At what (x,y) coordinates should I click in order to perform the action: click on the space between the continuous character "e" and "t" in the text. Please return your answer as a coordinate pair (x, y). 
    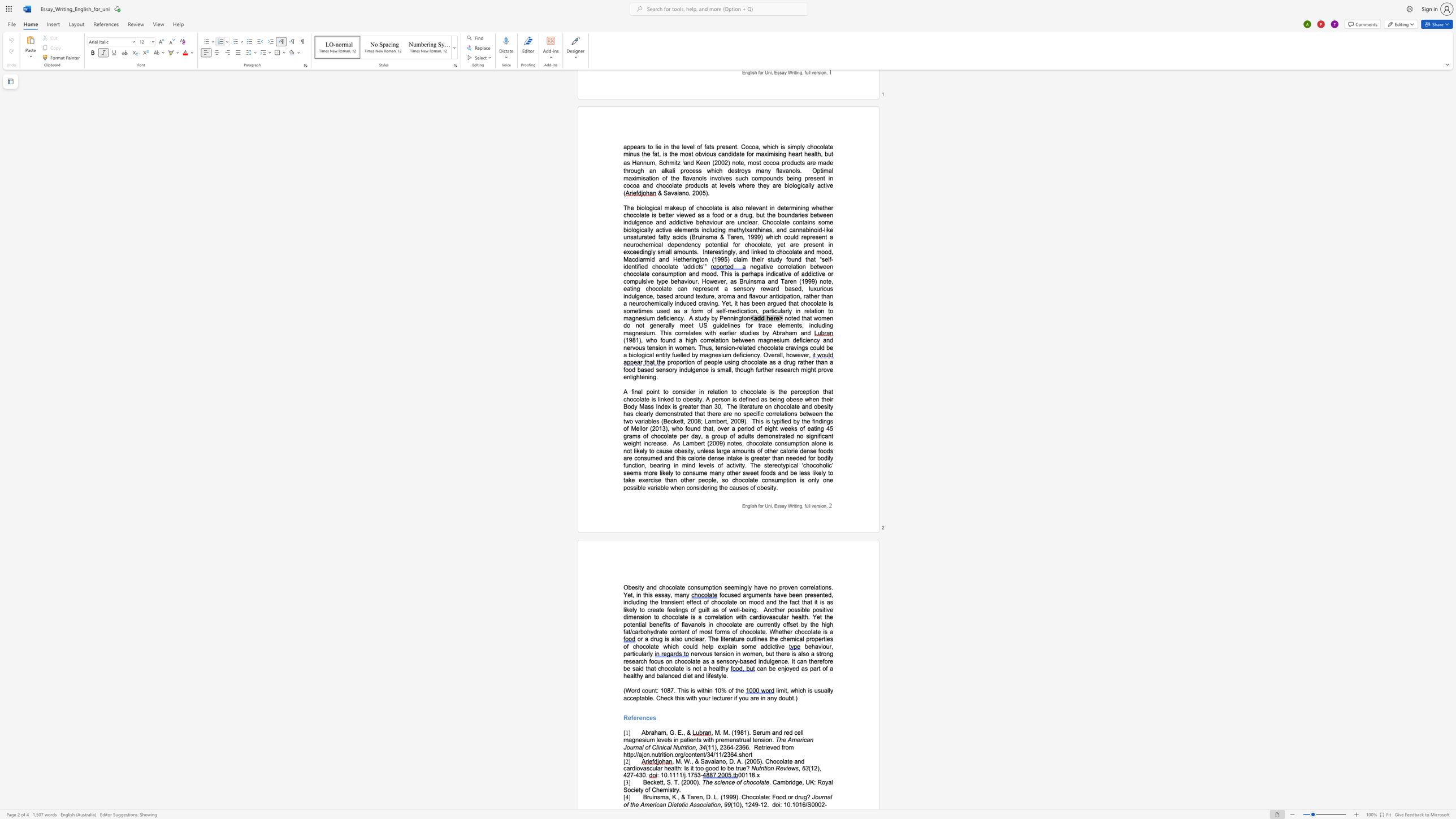
    Looking at the image, I should click on (658, 782).